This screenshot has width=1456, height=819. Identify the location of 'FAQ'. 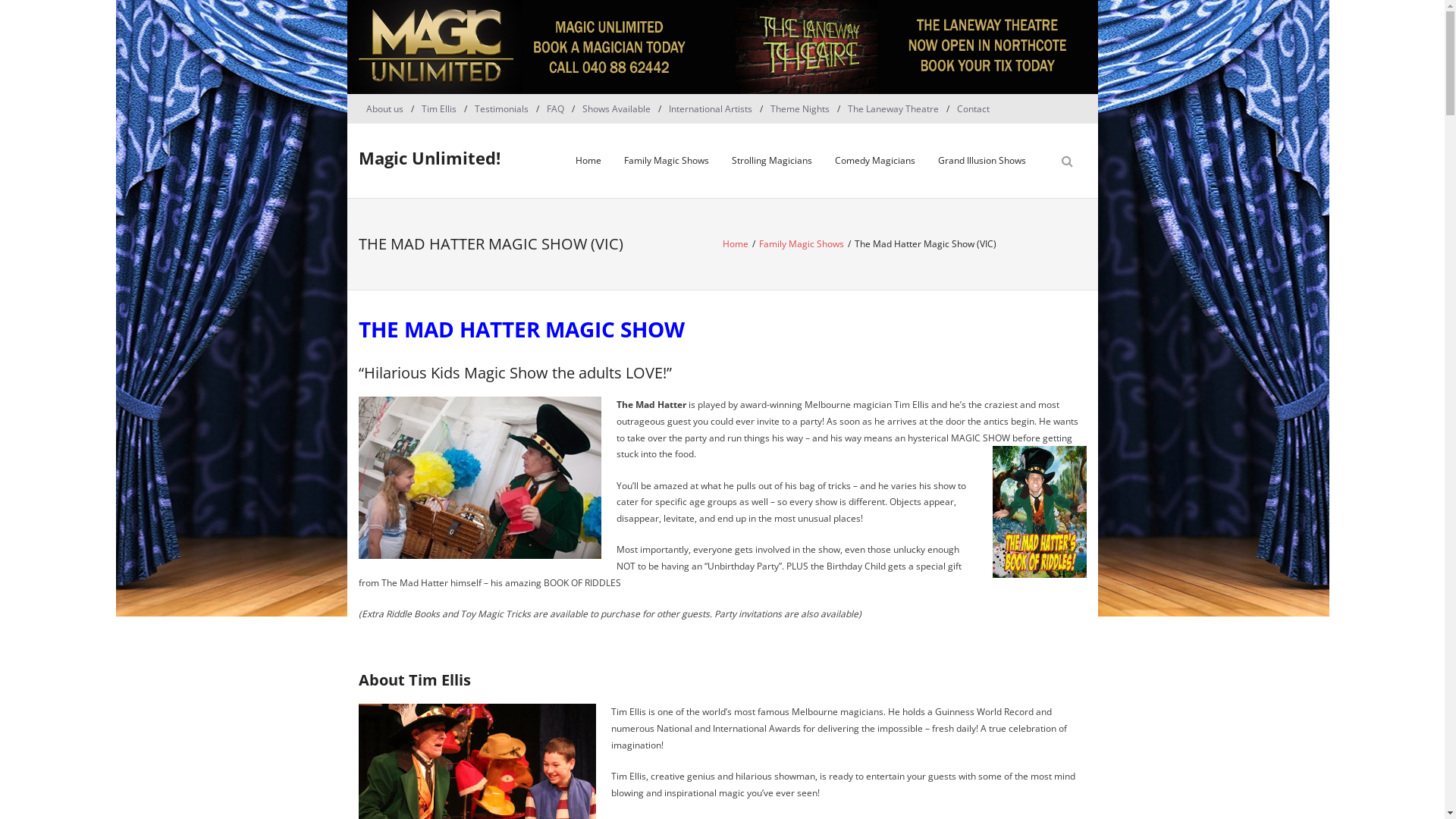
(554, 108).